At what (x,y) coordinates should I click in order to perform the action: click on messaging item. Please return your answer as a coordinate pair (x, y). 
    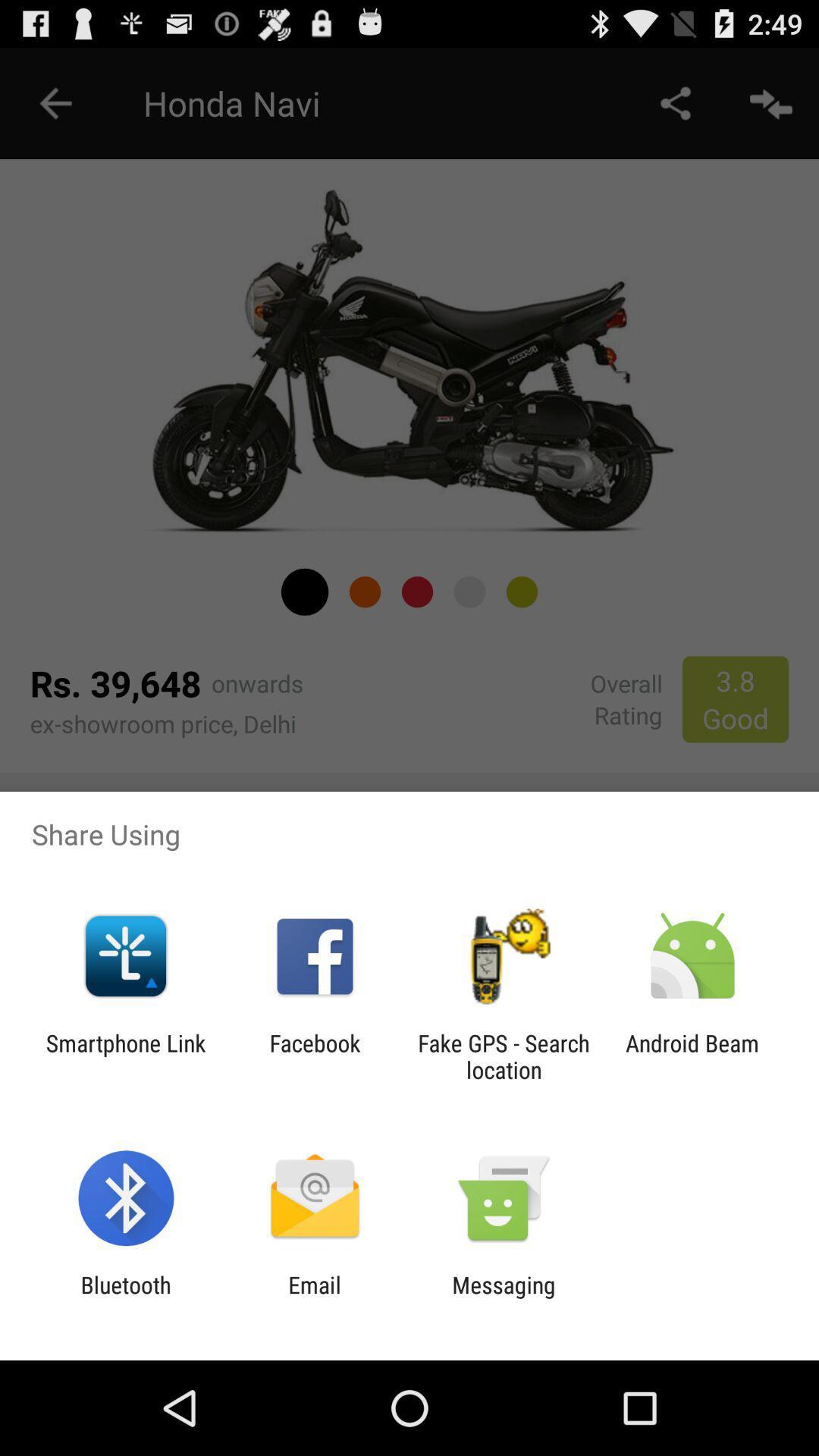
    Looking at the image, I should click on (504, 1298).